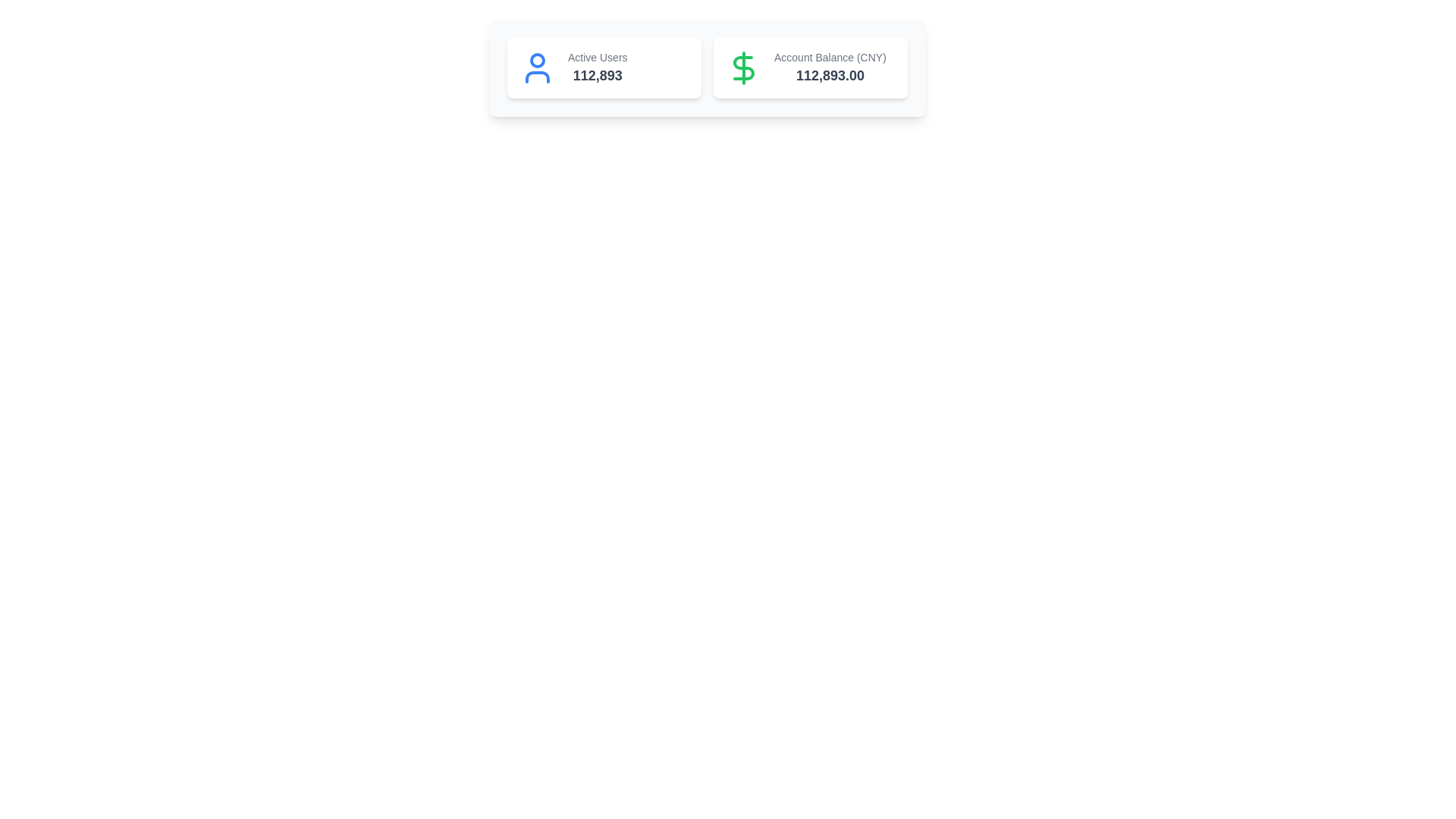  Describe the element at coordinates (597, 76) in the screenshot. I see `the bold, large-sized text displaying the number '112,893', which is styled in dark gray and positioned below the label 'Active Users'` at that location.